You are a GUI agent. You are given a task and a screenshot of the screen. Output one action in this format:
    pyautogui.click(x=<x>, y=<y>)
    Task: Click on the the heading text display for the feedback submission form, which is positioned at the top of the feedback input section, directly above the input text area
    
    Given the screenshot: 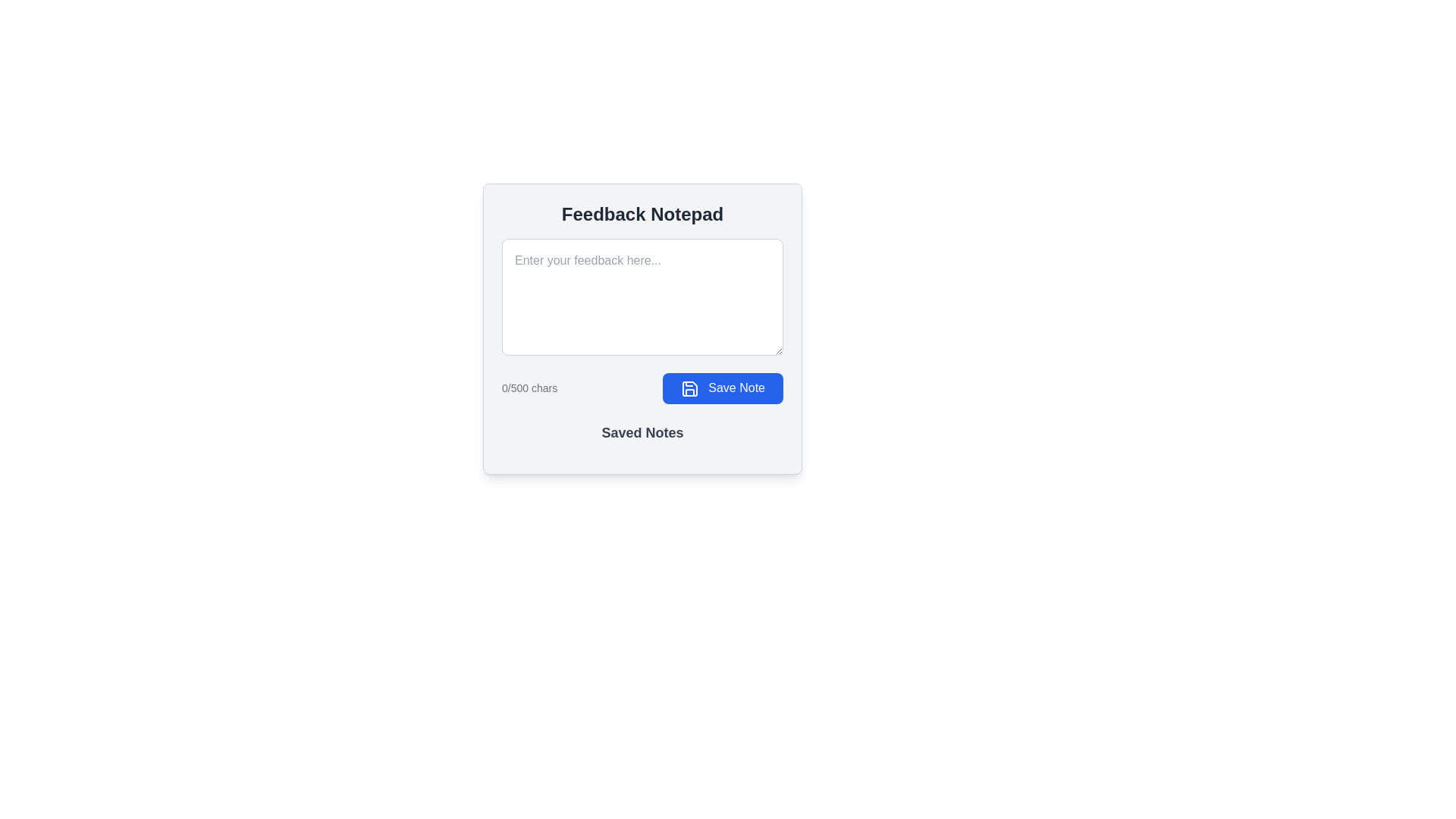 What is the action you would take?
    pyautogui.click(x=642, y=214)
    